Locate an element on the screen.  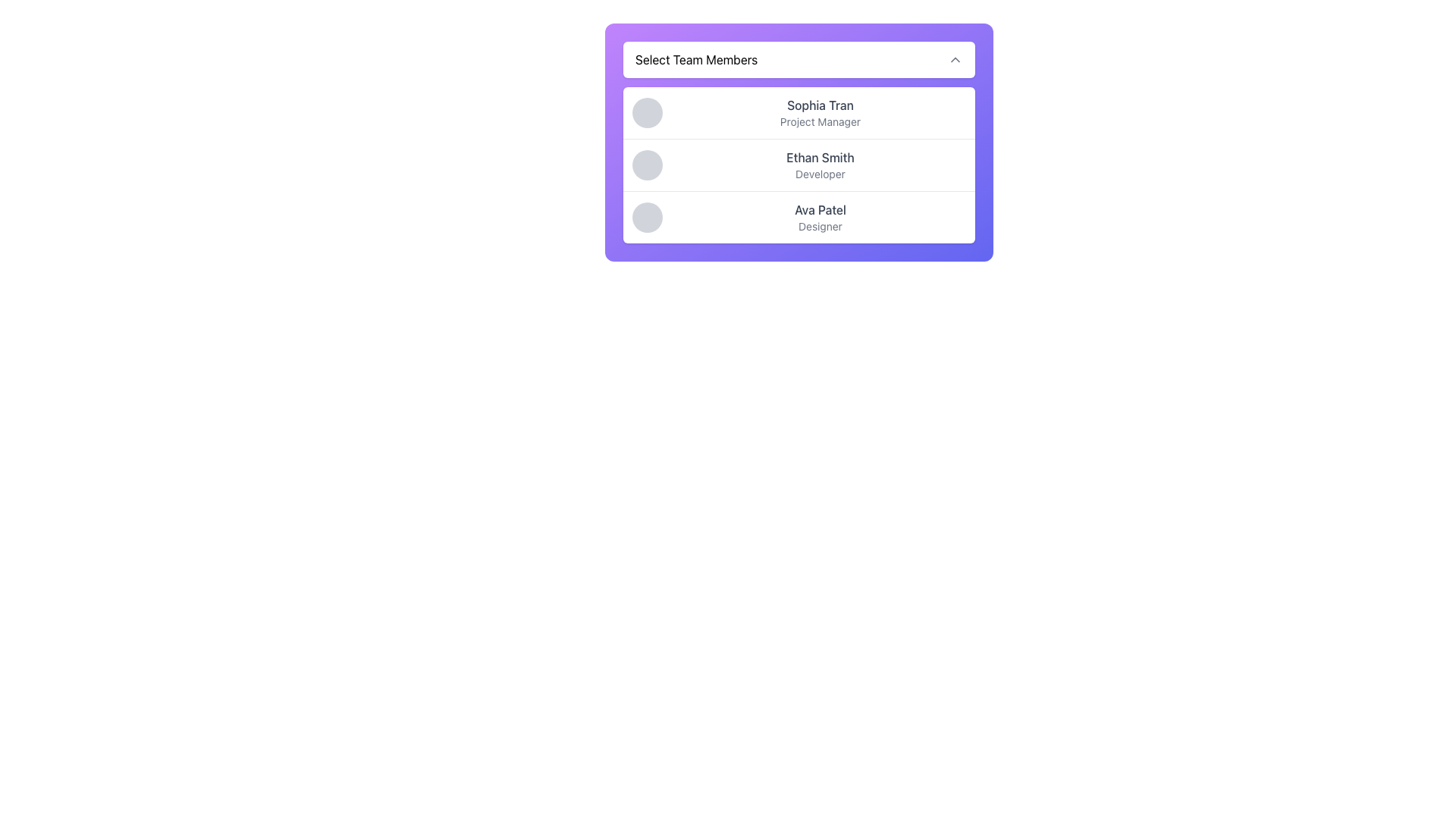
on the second selectable list item displaying 'Ethan Smith - Developer' is located at coordinates (799, 165).